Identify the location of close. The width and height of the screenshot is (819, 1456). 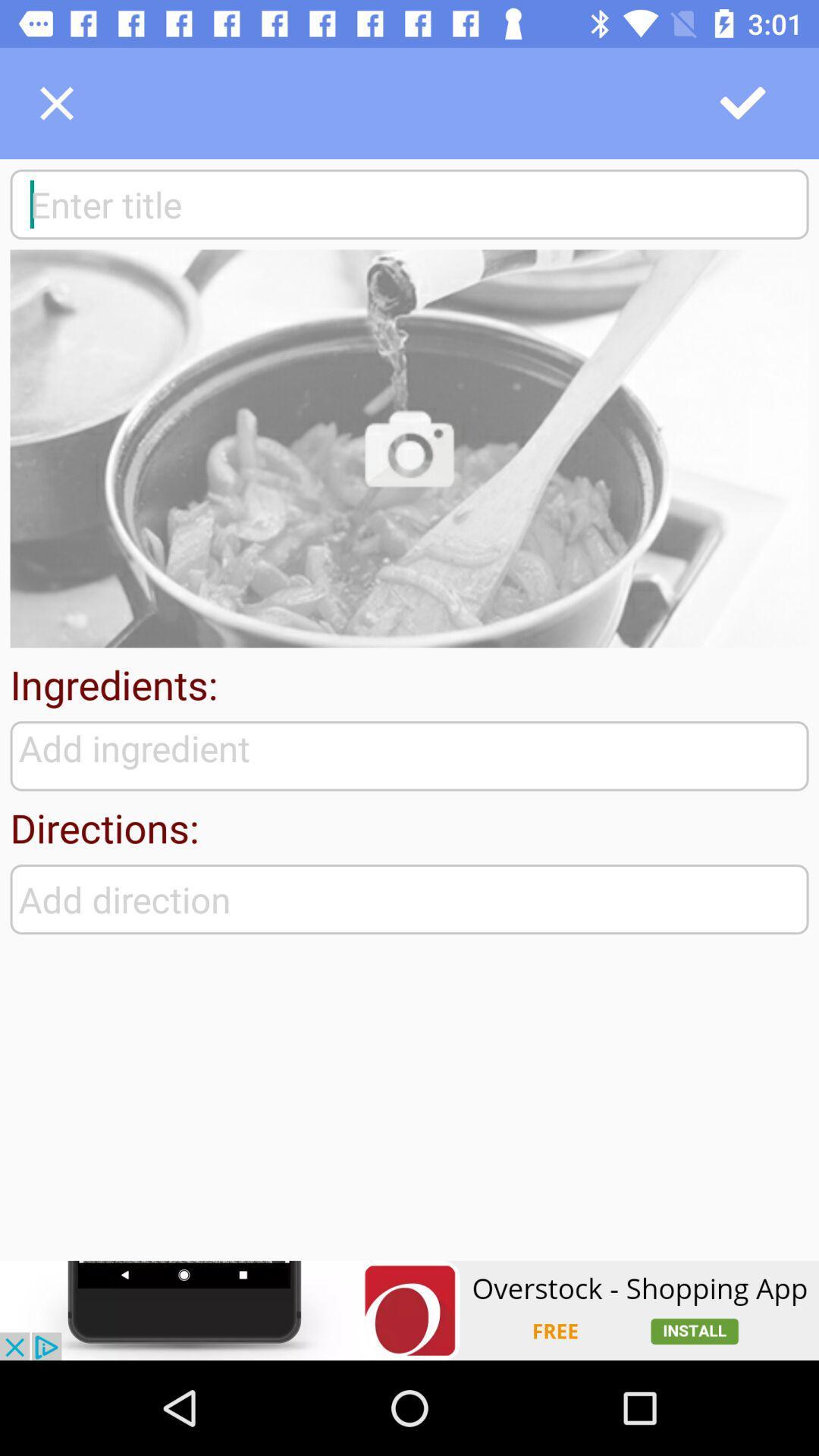
(55, 102).